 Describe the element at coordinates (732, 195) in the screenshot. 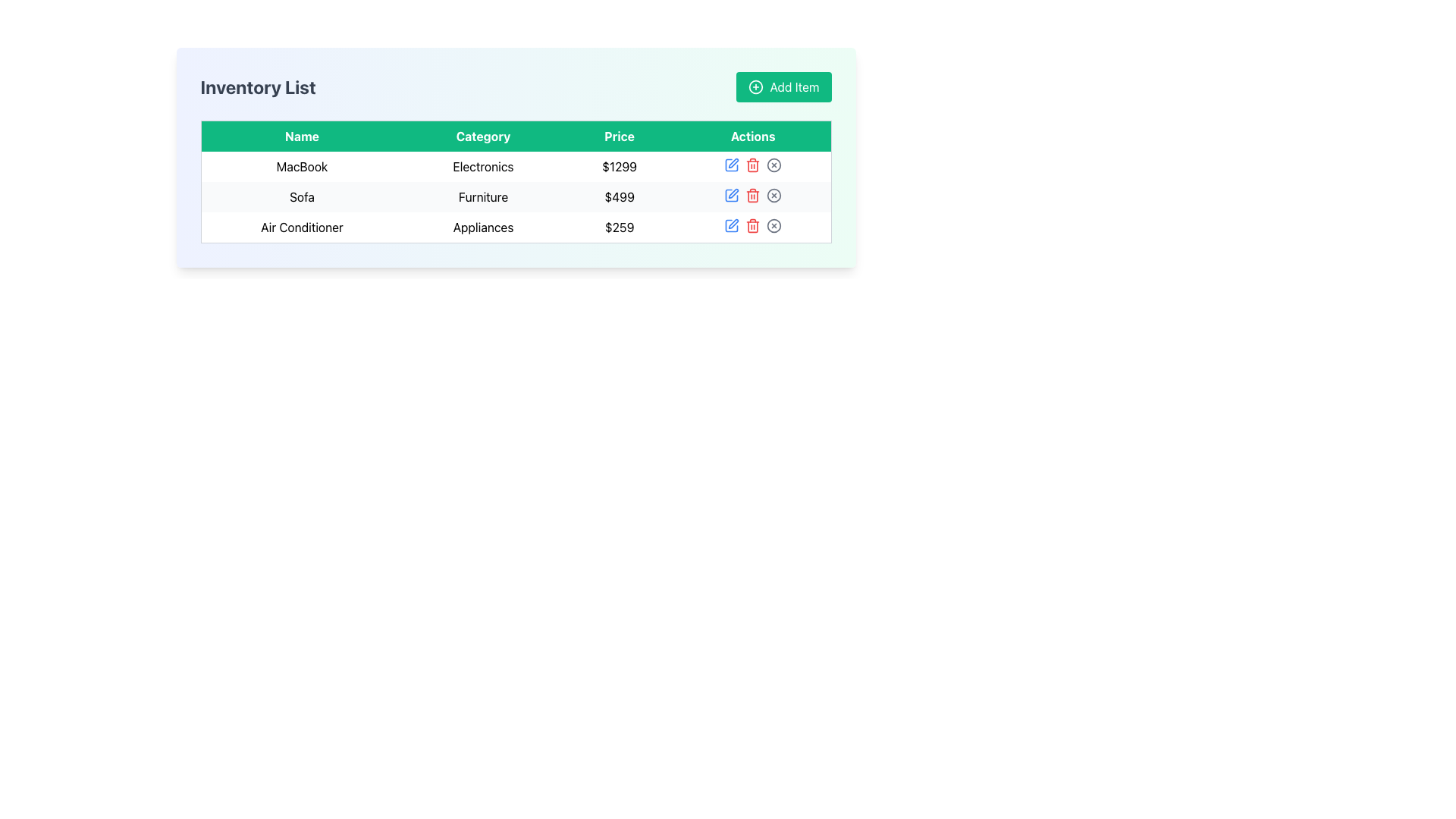

I see `the edit button icon in the 'Actions' column corresponding to the 'Sofa' item` at that location.